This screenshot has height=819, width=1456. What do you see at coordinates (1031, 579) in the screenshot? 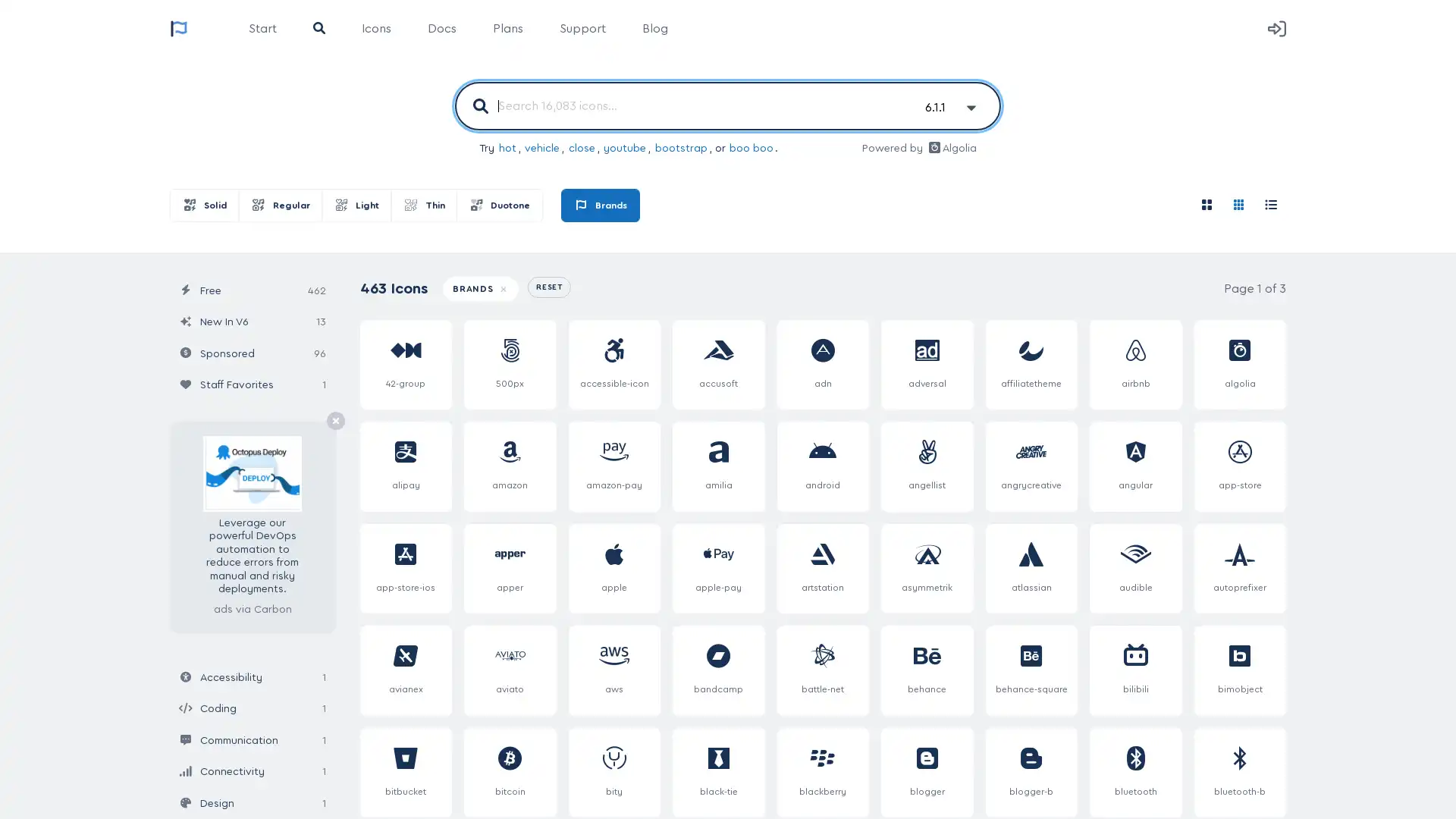
I see `atlassian` at bounding box center [1031, 579].